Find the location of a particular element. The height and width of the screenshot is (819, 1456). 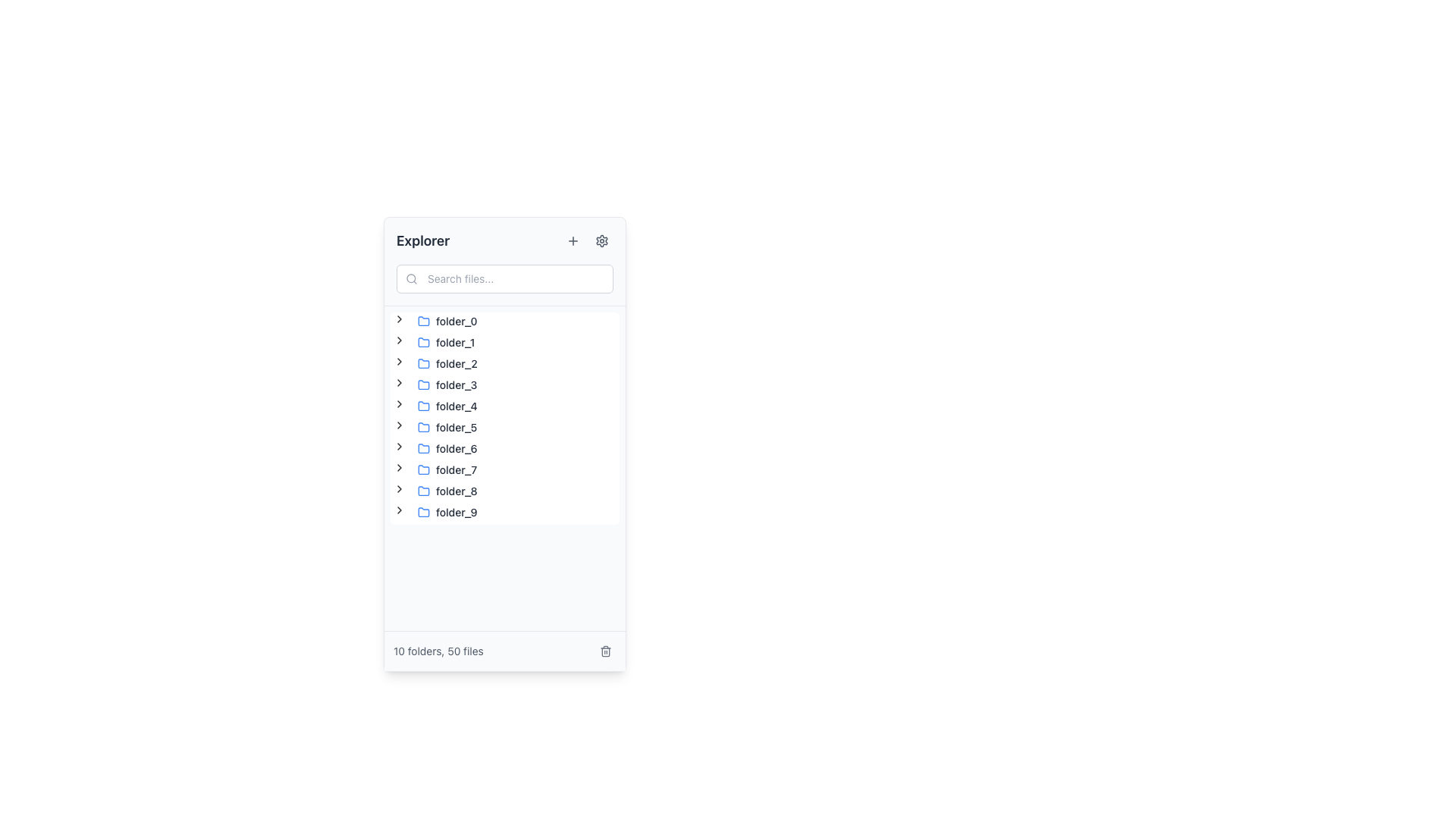

the folder item in the left-side explorer panel, which is the second item in the vertical list of folder entries is located at coordinates (445, 342).